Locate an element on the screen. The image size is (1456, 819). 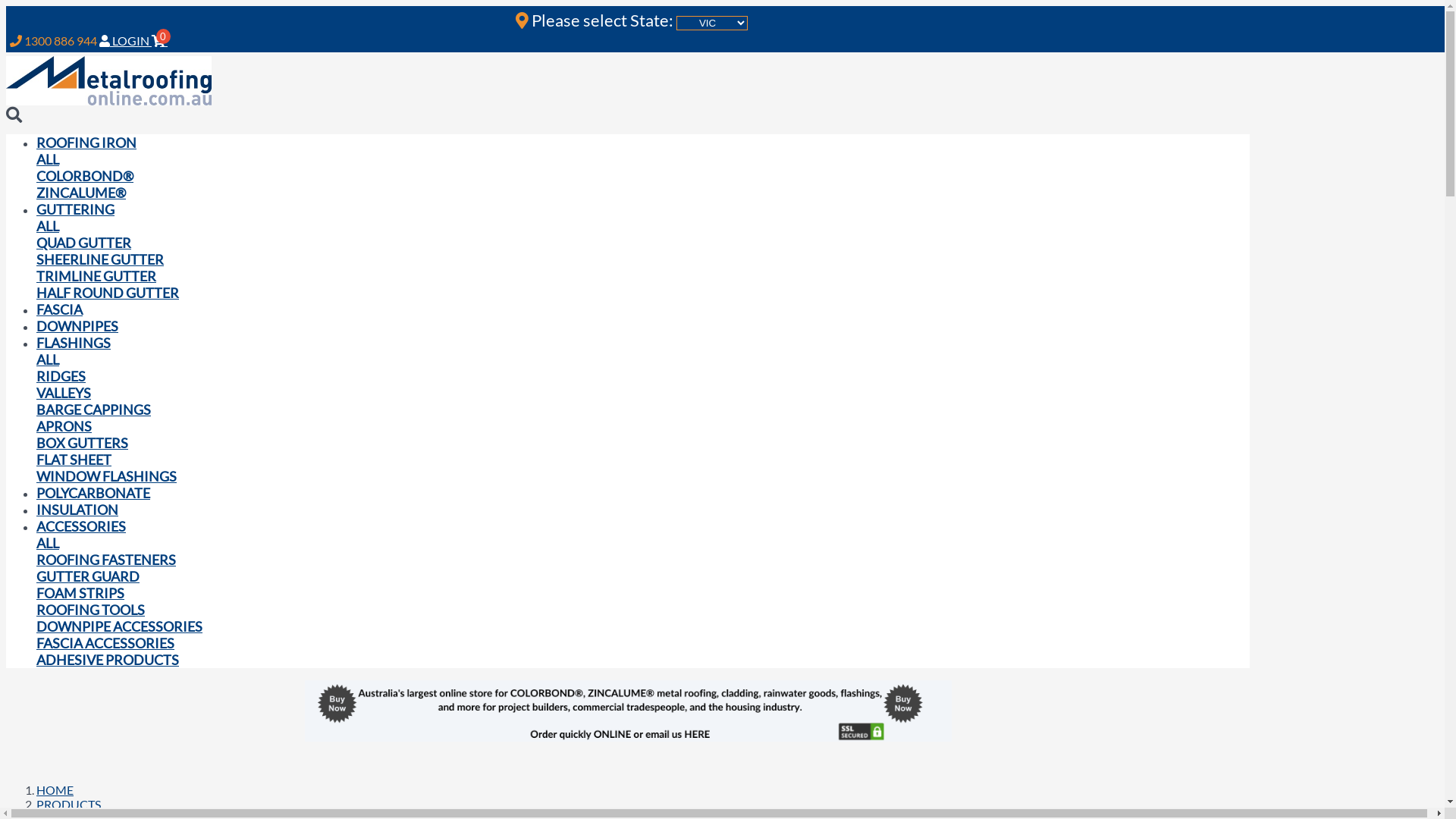
'ROOFING FASTENERS' is located at coordinates (105, 559).